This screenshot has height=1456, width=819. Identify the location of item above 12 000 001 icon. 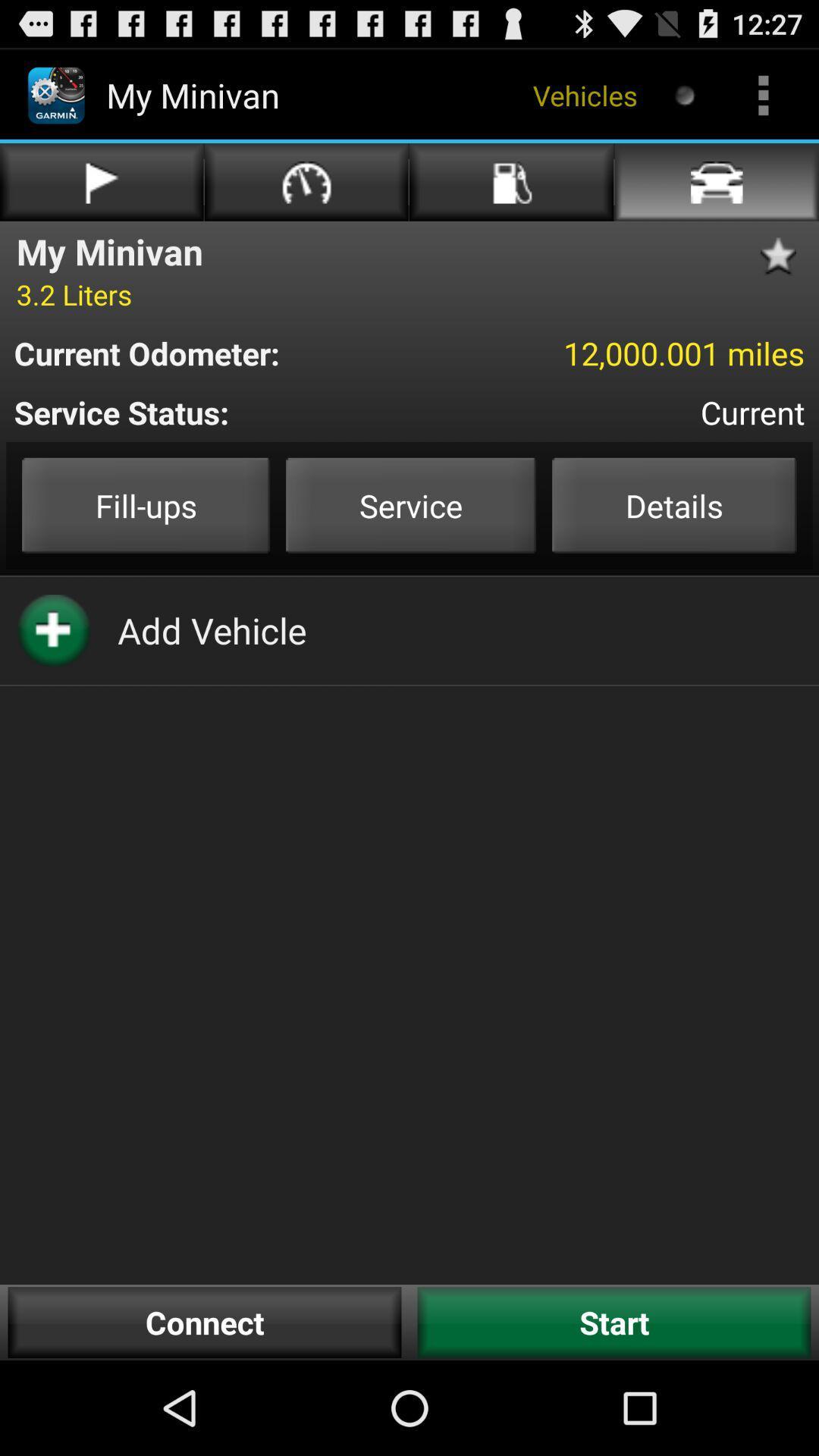
(783, 256).